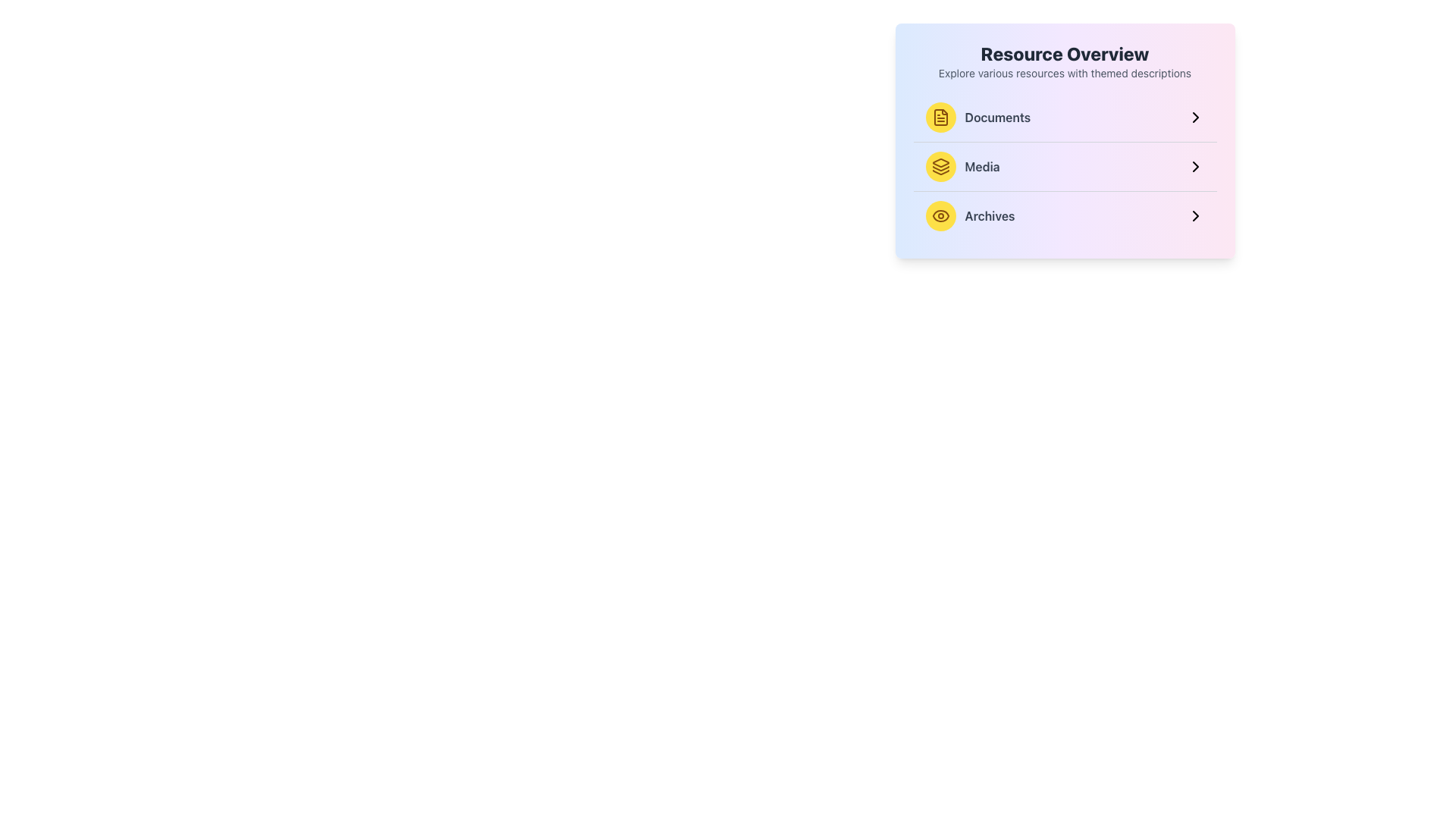  I want to click on the text line rendering 'Explore various resources with themed descriptions', which is styled in gray and positioned below the header 'Resource Overview', so click(1064, 73).